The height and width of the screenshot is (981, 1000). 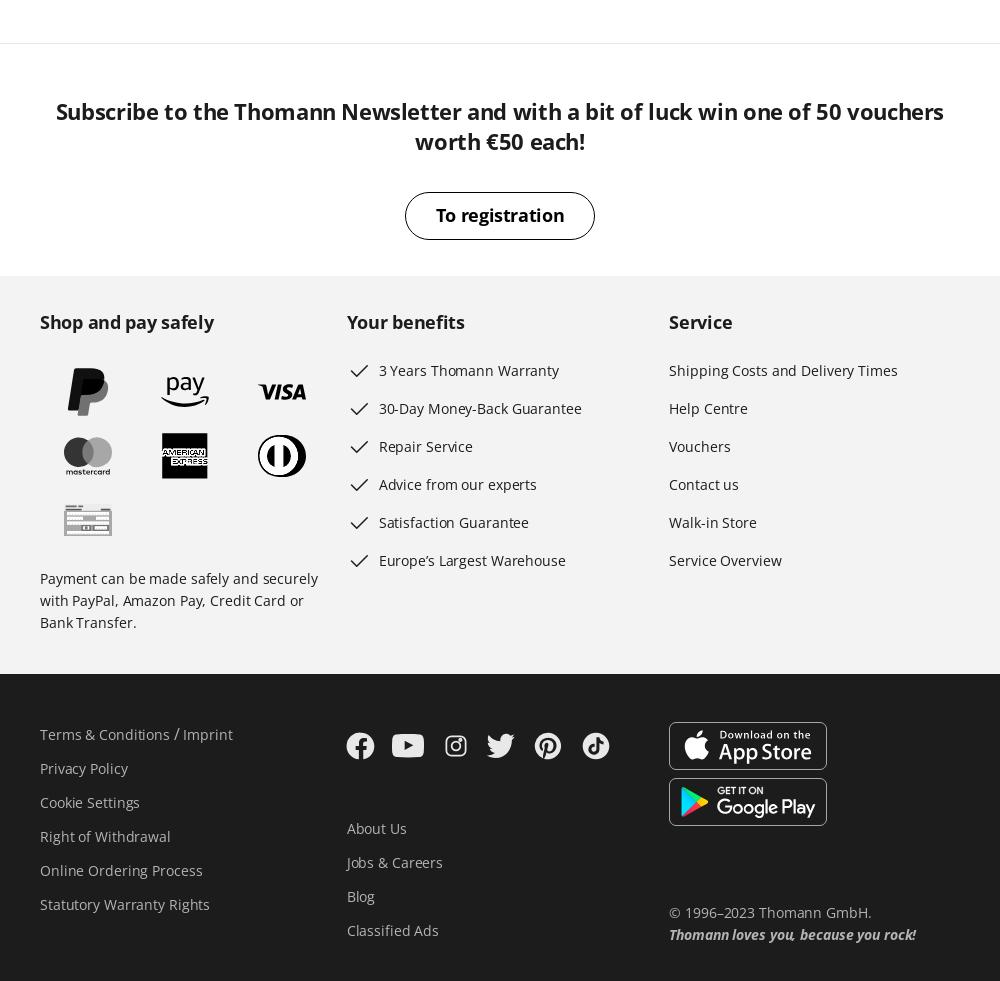 What do you see at coordinates (359, 896) in the screenshot?
I see `'Blog'` at bounding box center [359, 896].